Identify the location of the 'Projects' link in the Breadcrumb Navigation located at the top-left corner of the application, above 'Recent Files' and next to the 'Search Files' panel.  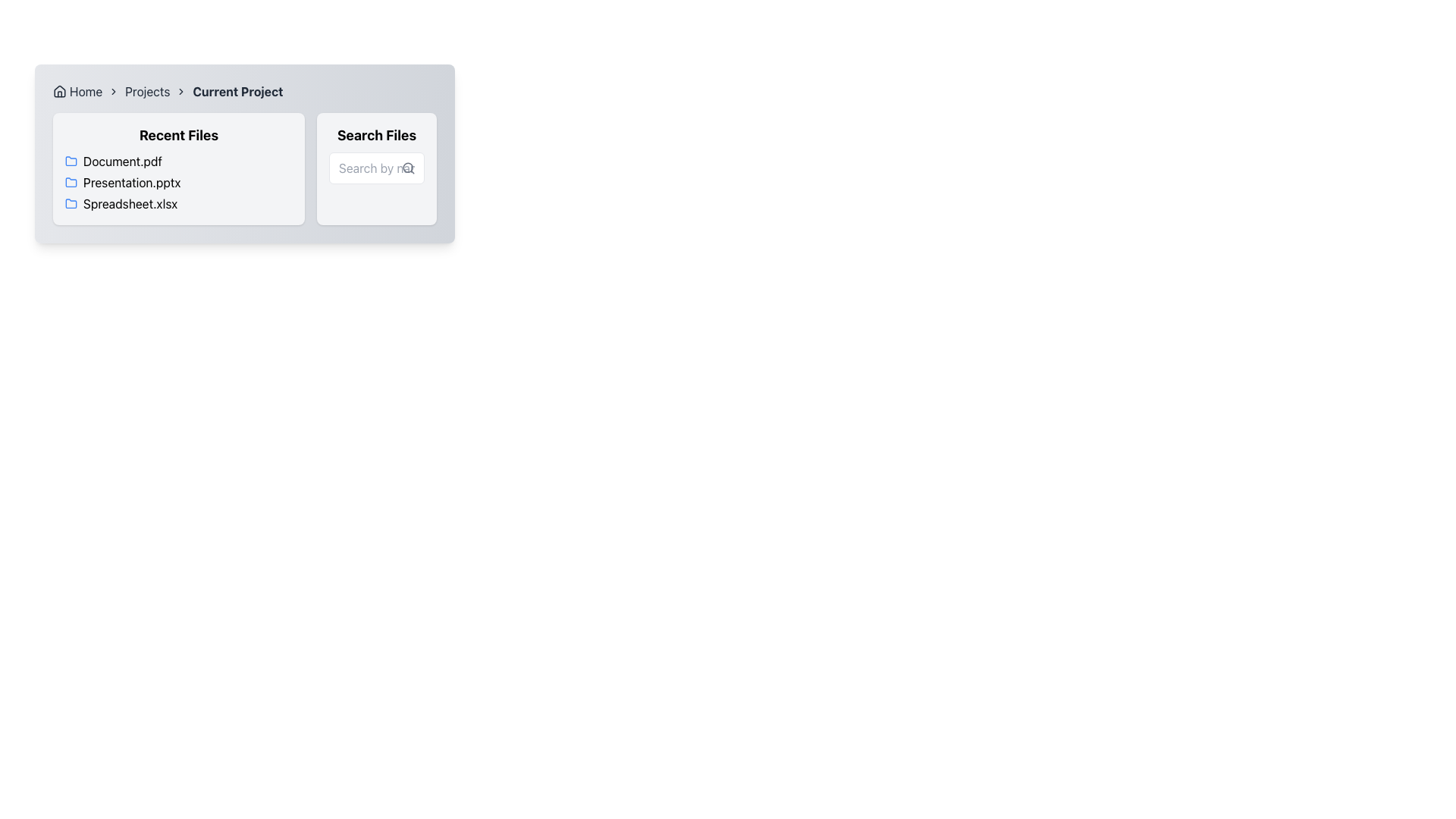
(244, 91).